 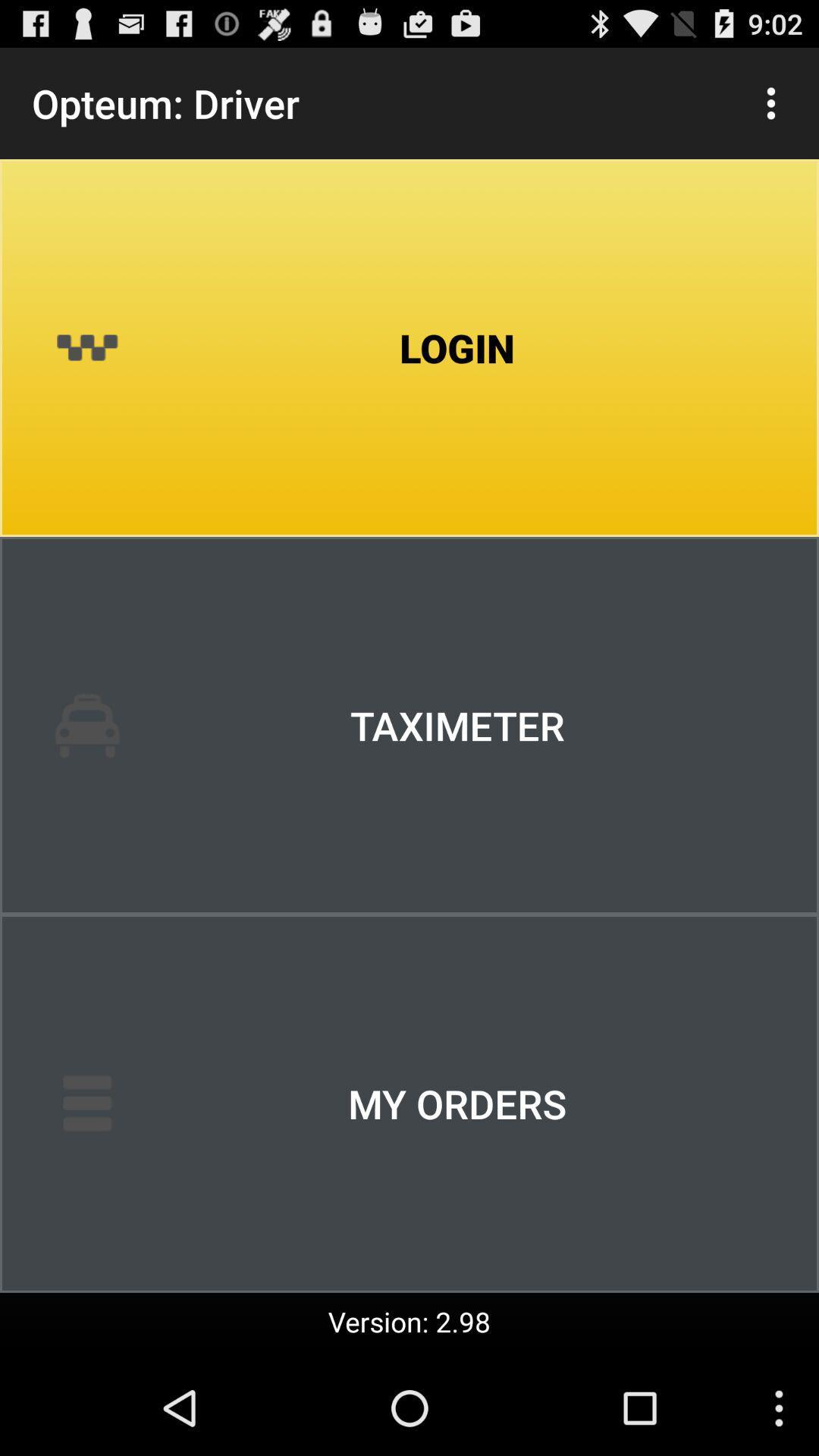 What do you see at coordinates (409, 724) in the screenshot?
I see `taximeter item` at bounding box center [409, 724].